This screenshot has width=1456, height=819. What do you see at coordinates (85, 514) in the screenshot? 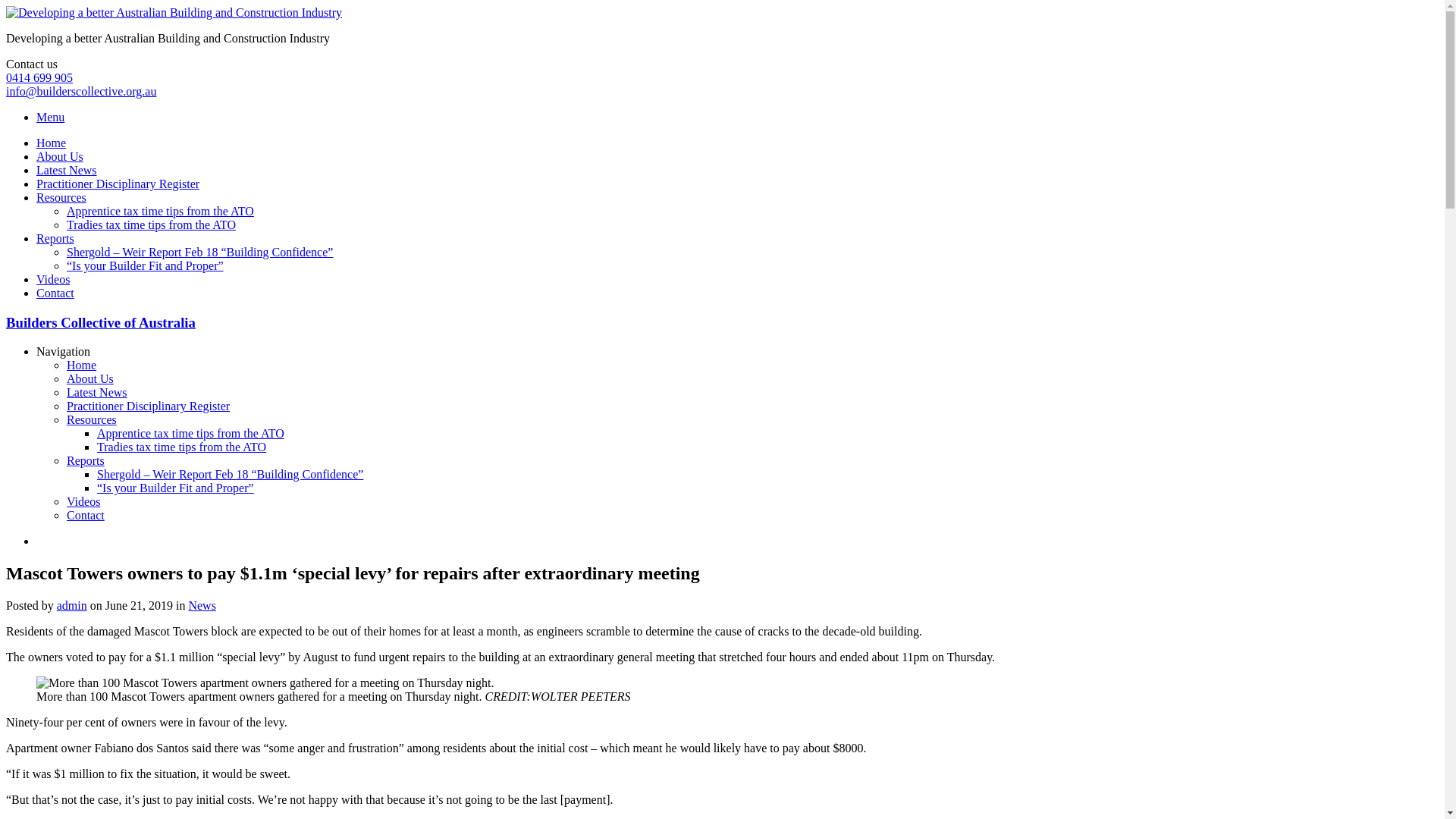
I see `'Contact'` at bounding box center [85, 514].